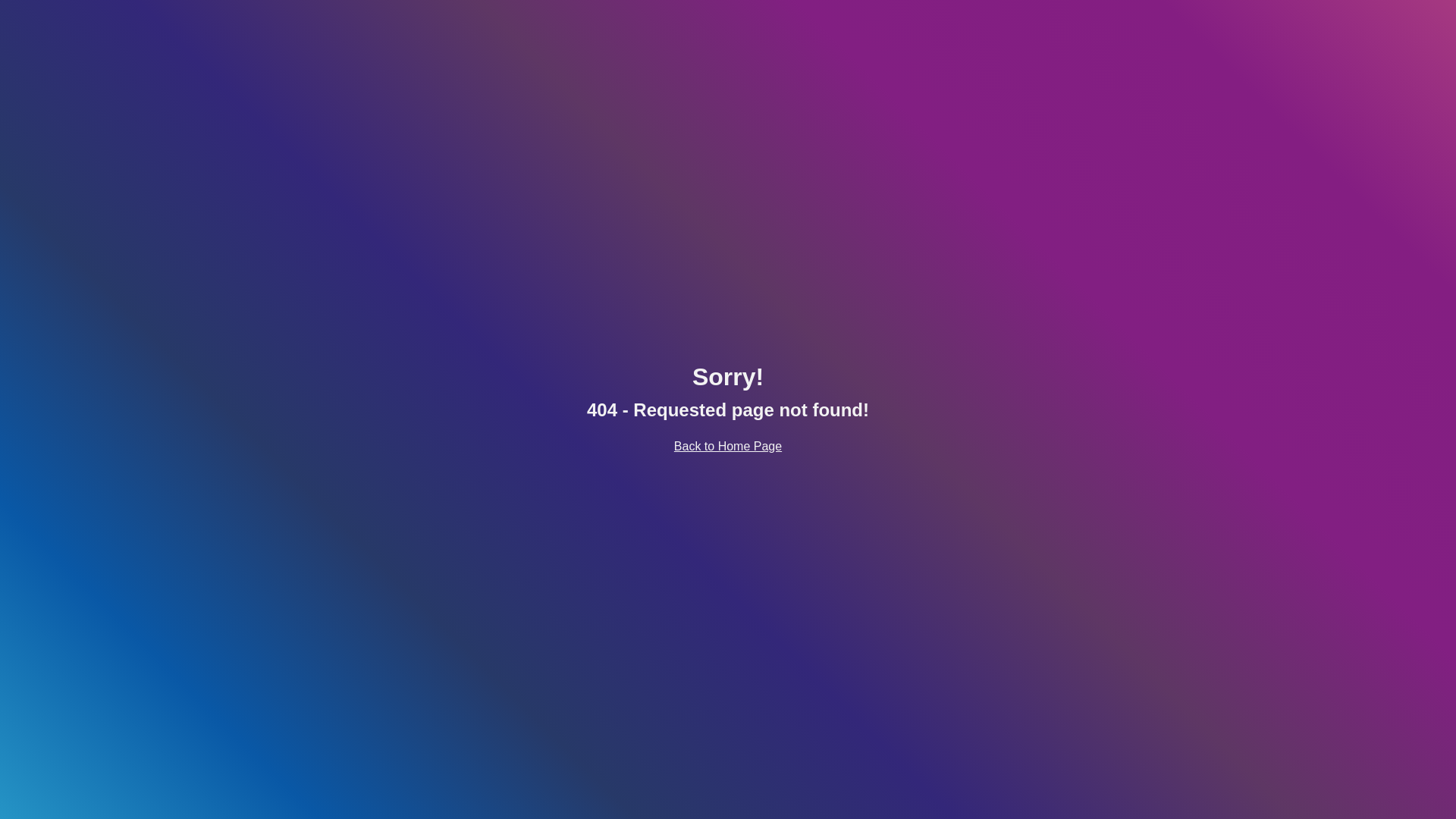 This screenshot has width=1456, height=819. I want to click on 'Back to Home Page', so click(673, 445).